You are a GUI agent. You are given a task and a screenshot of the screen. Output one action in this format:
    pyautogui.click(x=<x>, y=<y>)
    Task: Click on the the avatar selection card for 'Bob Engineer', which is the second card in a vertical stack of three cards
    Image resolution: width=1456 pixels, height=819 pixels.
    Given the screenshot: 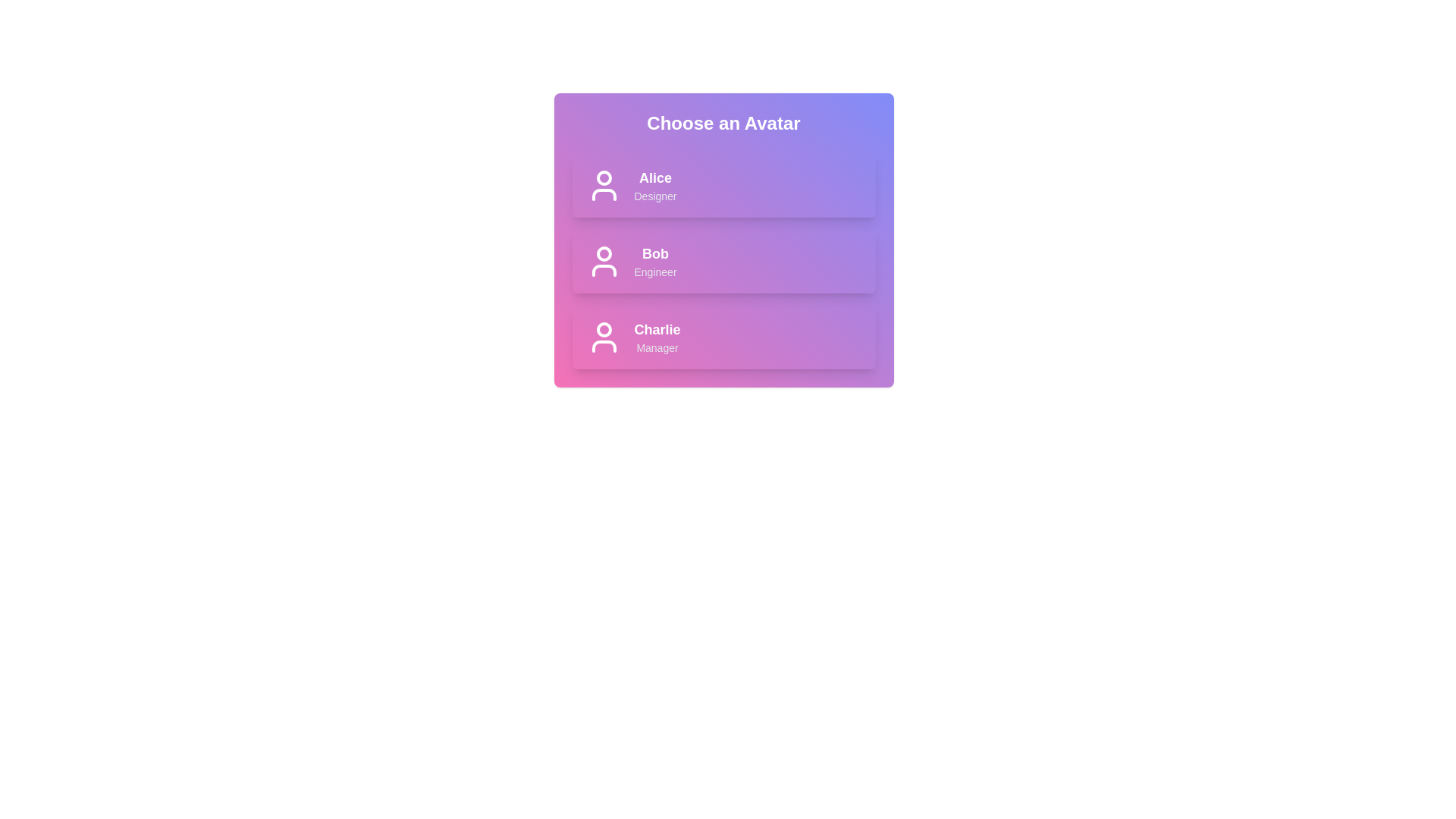 What is the action you would take?
    pyautogui.click(x=723, y=239)
    